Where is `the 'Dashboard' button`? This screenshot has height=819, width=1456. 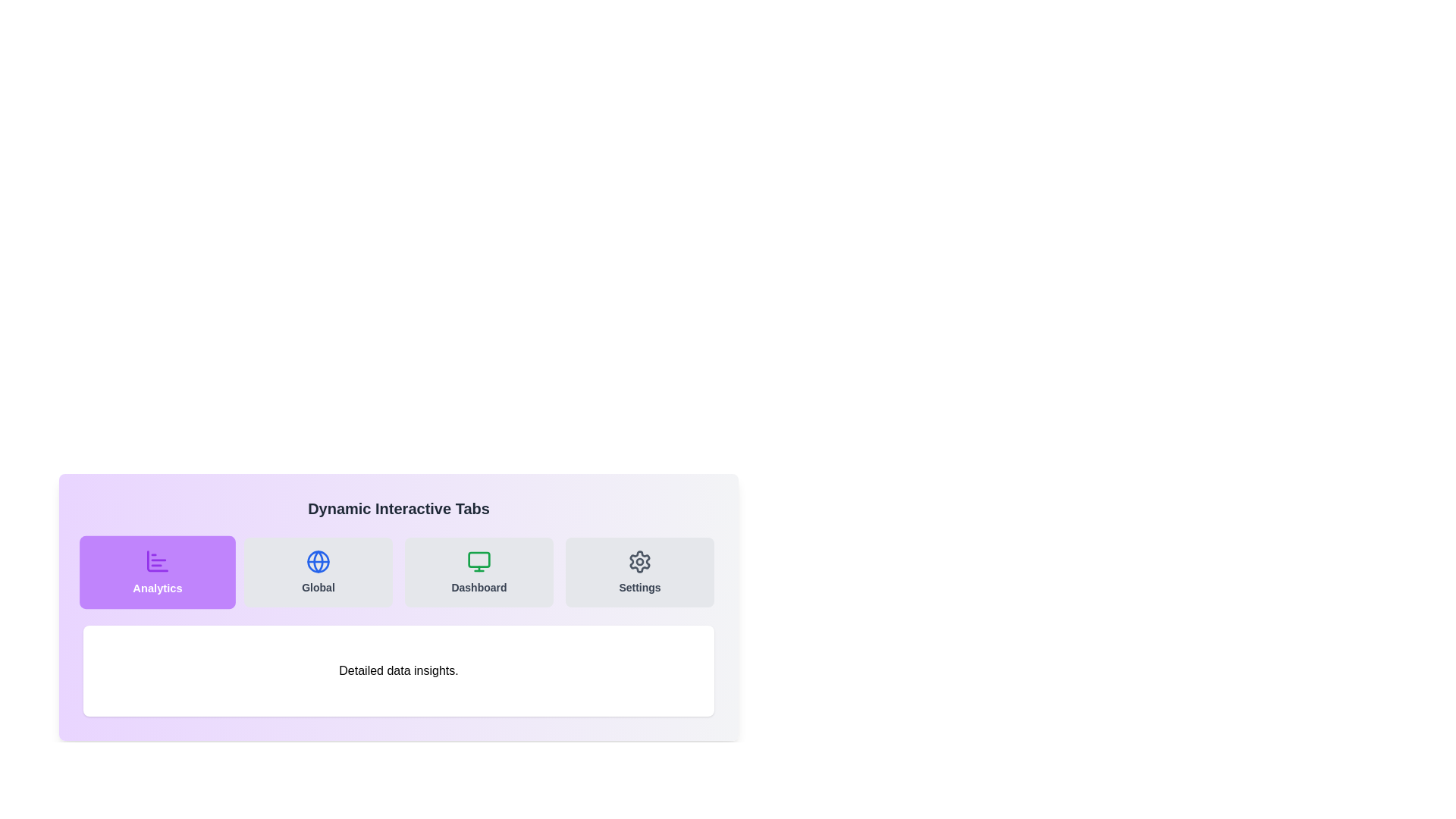
the 'Dashboard' button is located at coordinates (479, 573).